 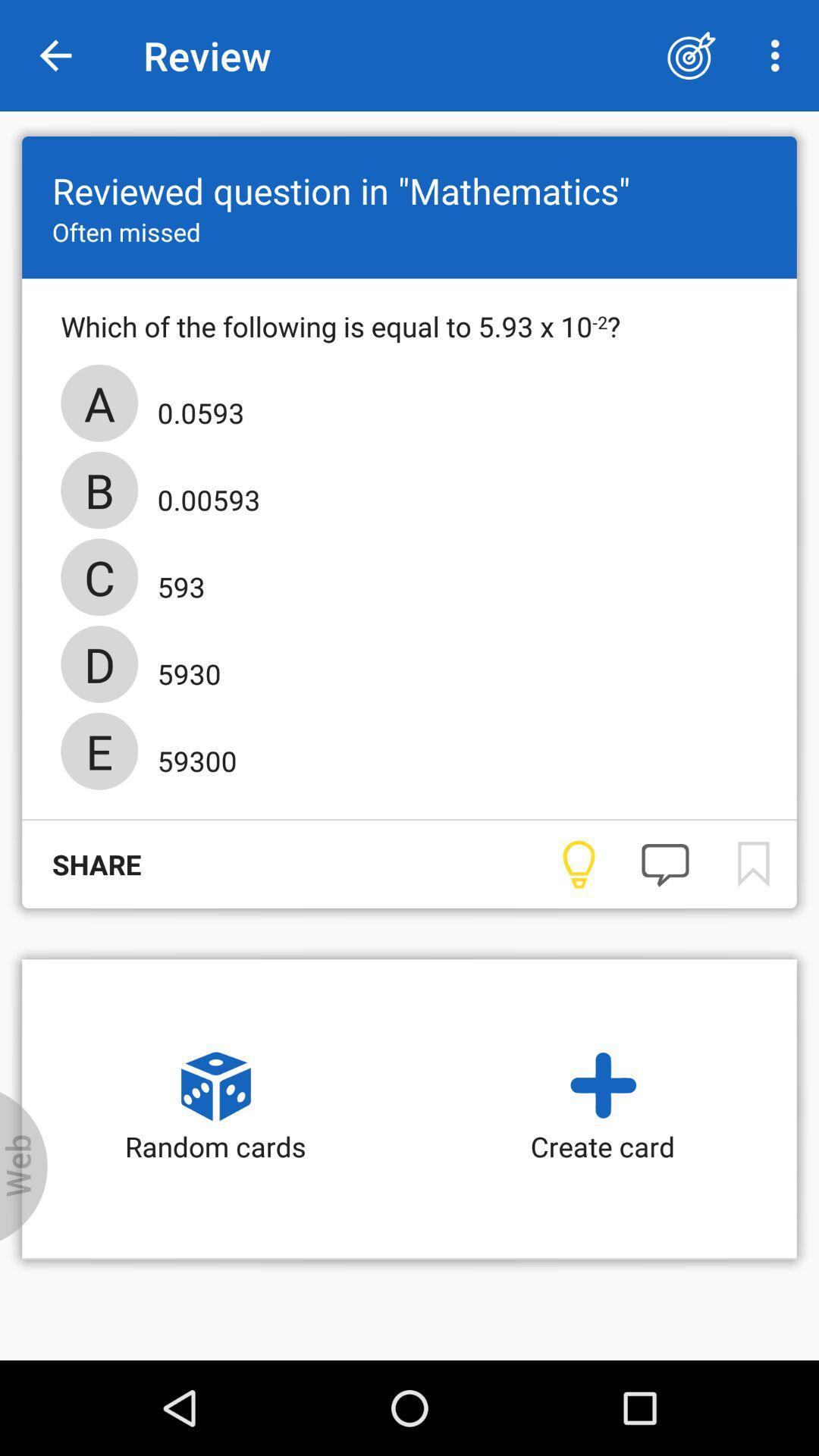 What do you see at coordinates (24, 1166) in the screenshot?
I see `web` at bounding box center [24, 1166].